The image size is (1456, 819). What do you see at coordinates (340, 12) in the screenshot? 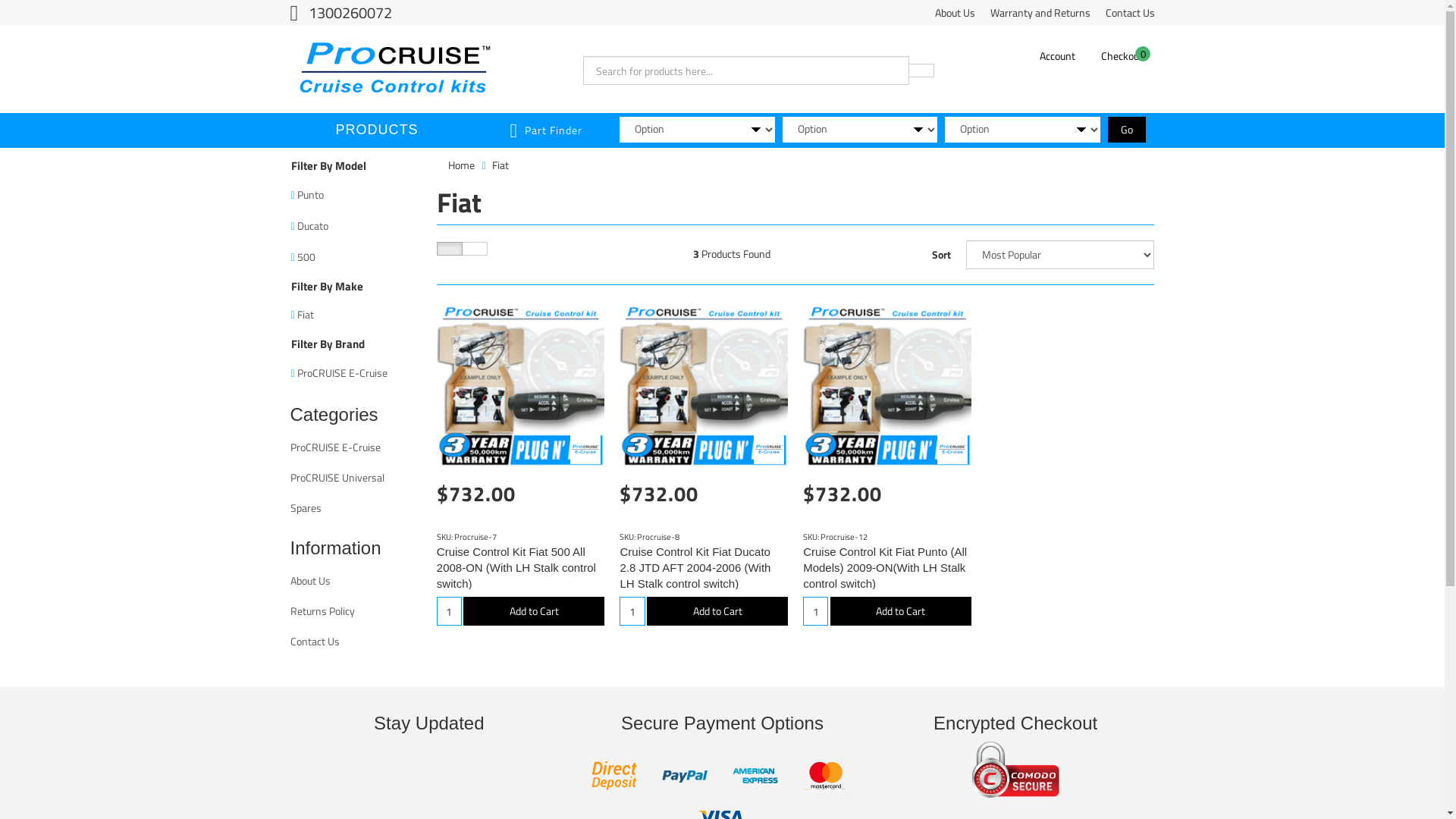
I see `'1300260072'` at bounding box center [340, 12].